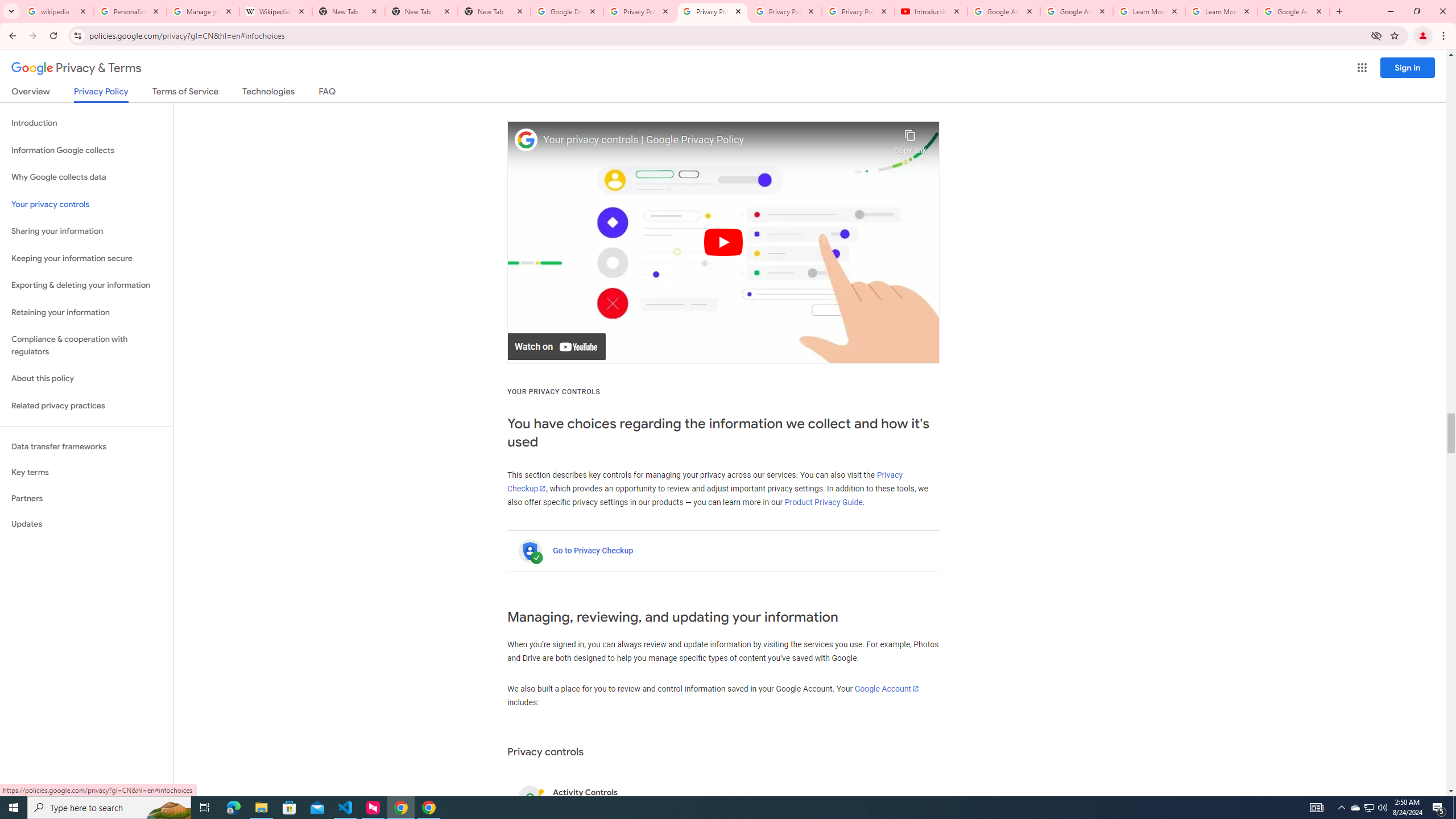 The width and height of the screenshot is (1456, 819). What do you see at coordinates (327, 93) in the screenshot?
I see `'FAQ'` at bounding box center [327, 93].